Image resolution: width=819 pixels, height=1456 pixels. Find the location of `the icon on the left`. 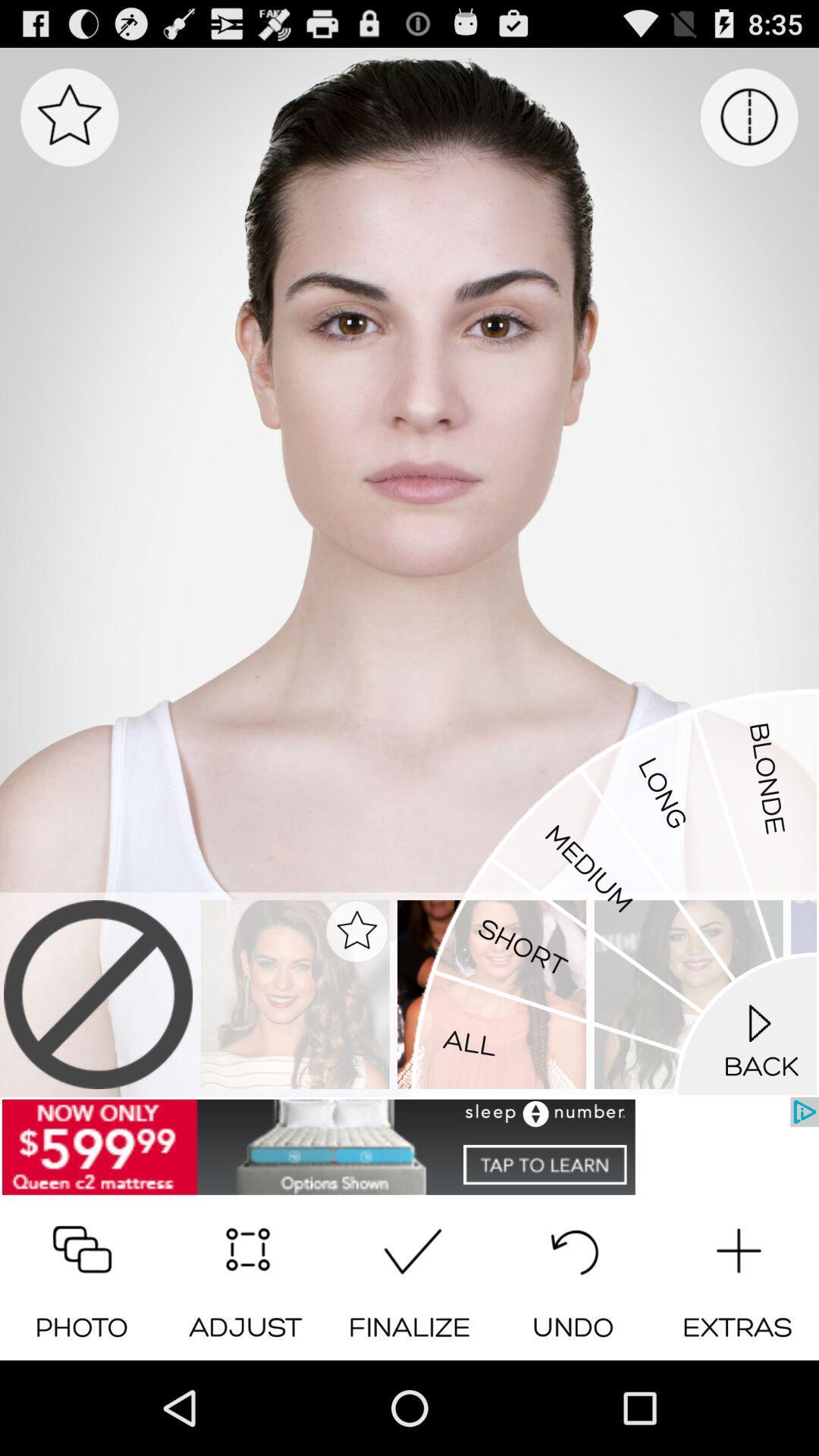

the icon on the left is located at coordinates (24, 703).